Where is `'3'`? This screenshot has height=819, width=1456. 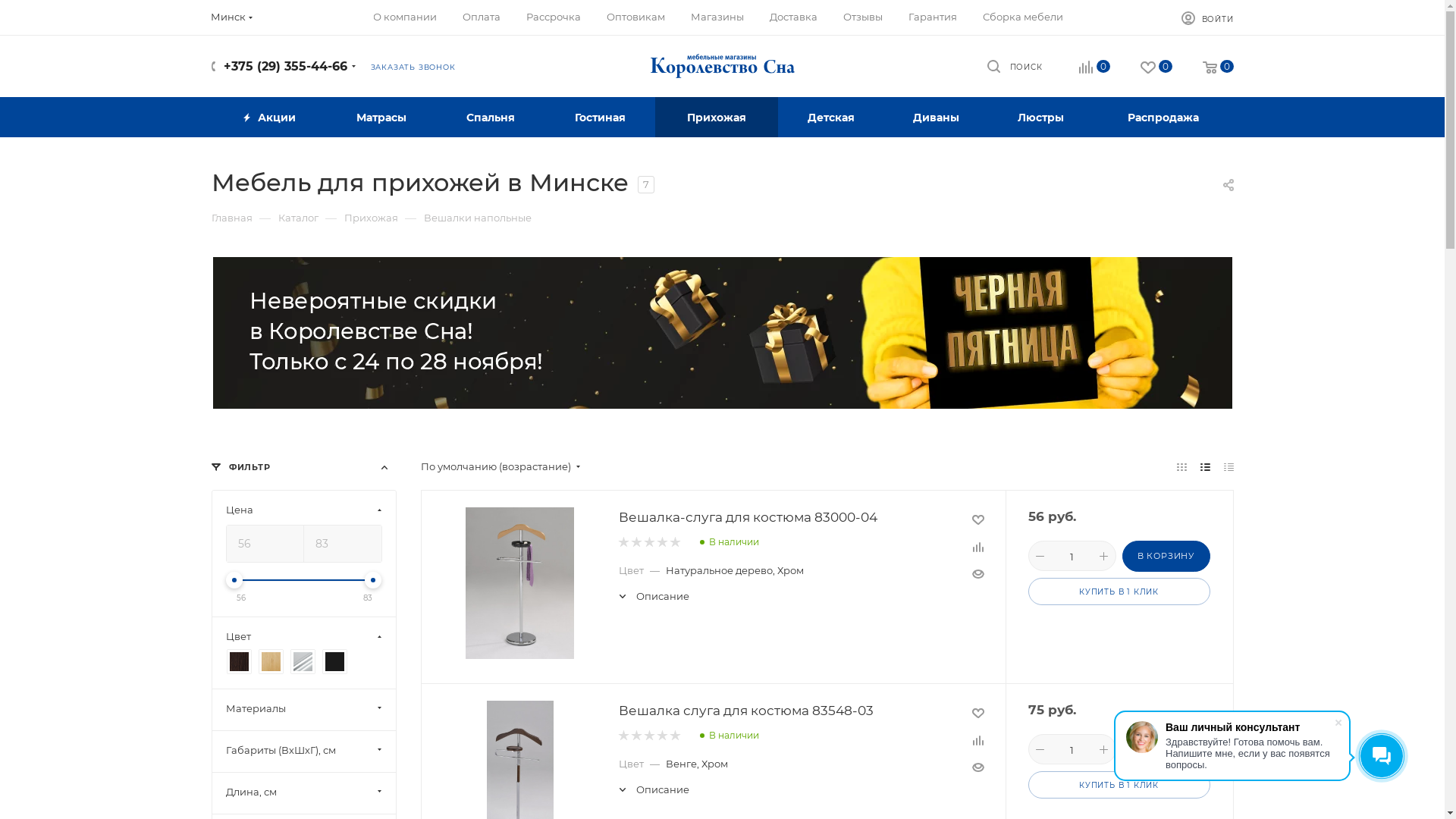
'3' is located at coordinates (649, 735).